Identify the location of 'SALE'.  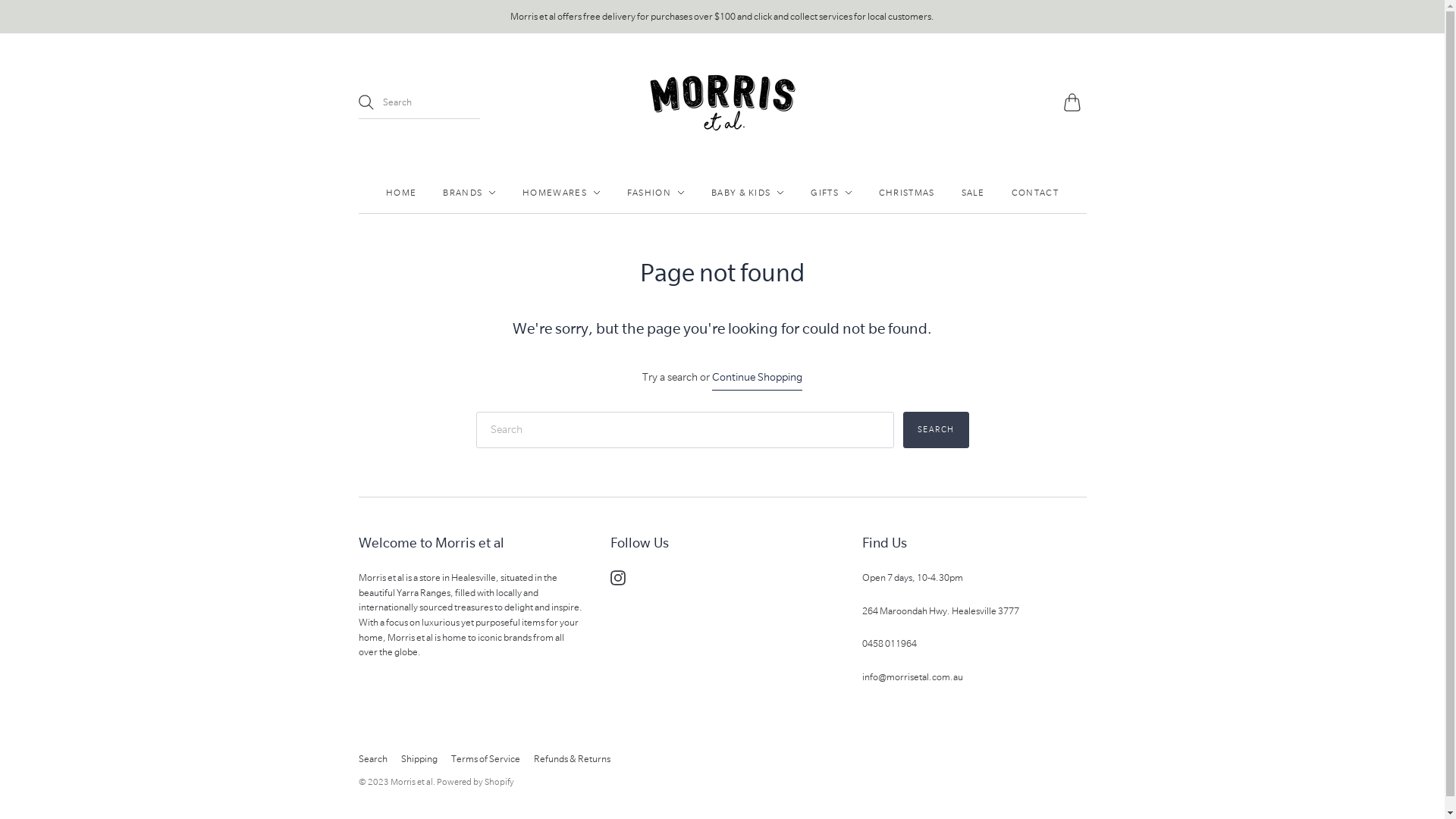
(973, 192).